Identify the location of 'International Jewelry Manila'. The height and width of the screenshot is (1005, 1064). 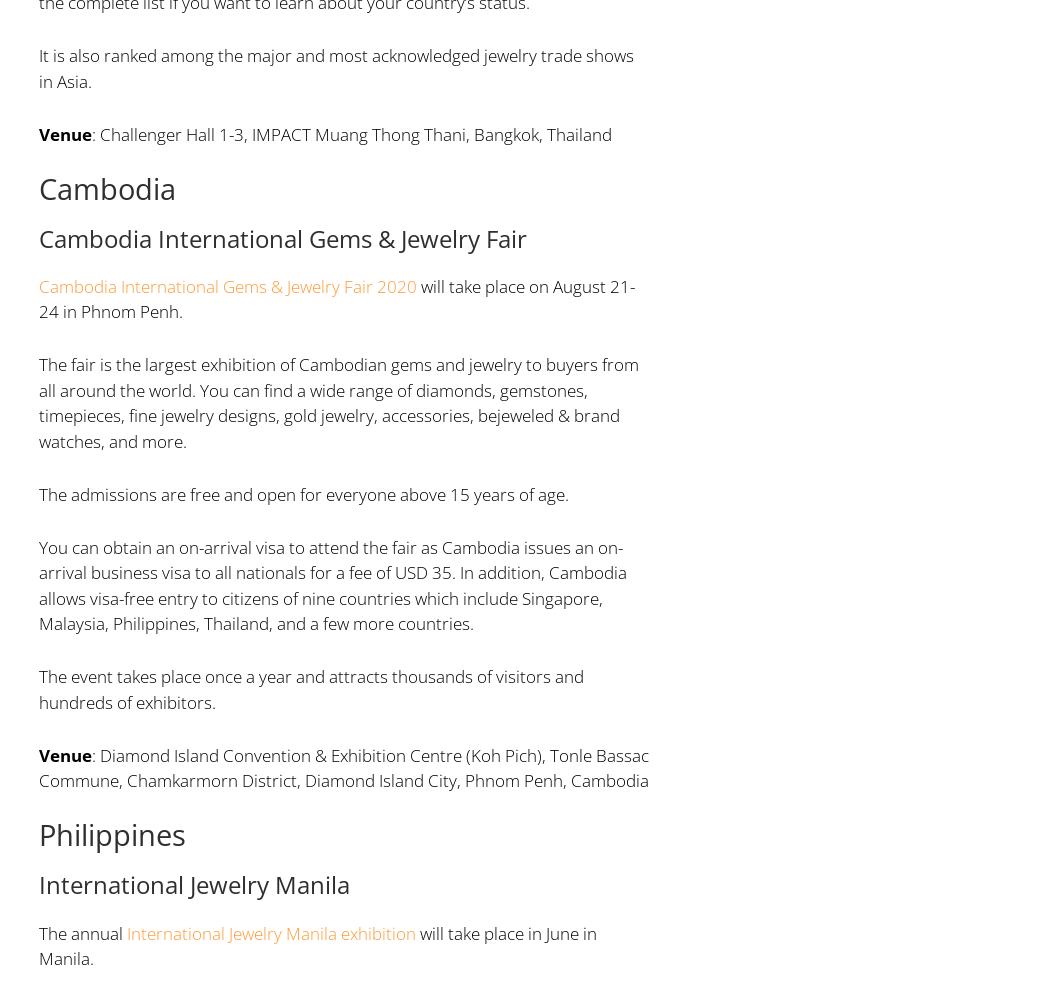
(193, 884).